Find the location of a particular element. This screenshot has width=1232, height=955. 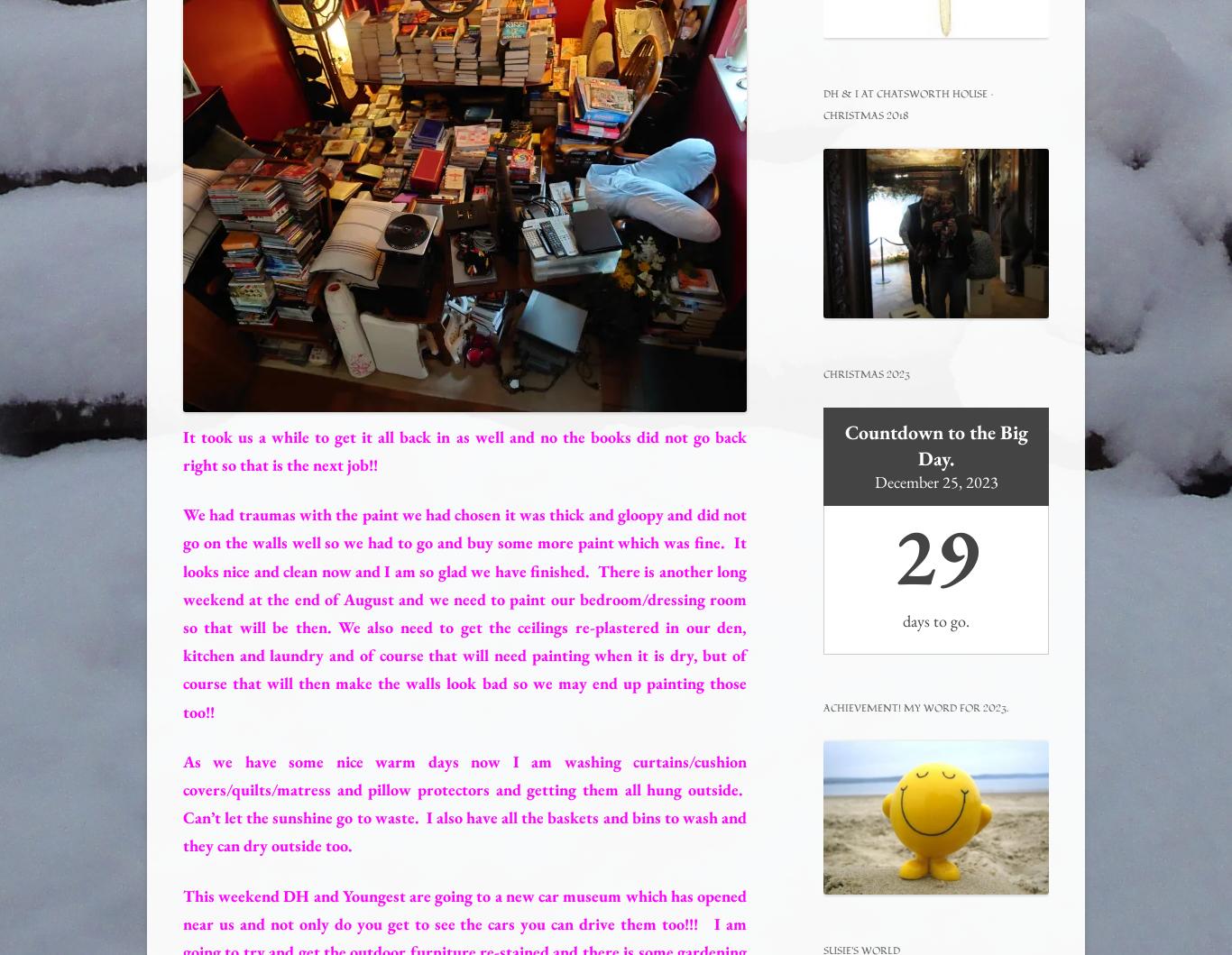

'Countdown to the Big Day.' is located at coordinates (934, 445).